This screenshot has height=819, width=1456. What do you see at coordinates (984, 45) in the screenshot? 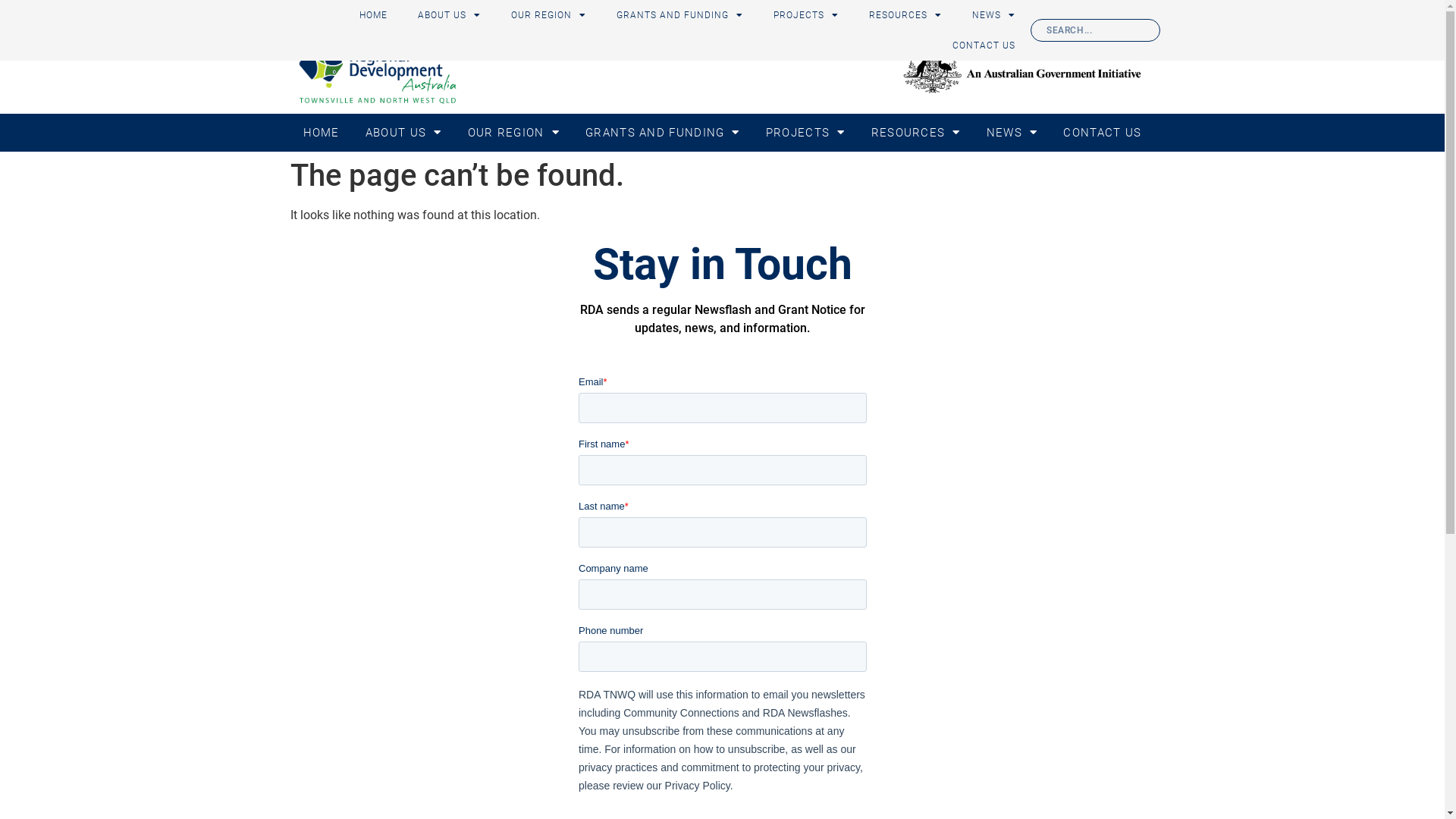
I see `'CONTACT US'` at bounding box center [984, 45].